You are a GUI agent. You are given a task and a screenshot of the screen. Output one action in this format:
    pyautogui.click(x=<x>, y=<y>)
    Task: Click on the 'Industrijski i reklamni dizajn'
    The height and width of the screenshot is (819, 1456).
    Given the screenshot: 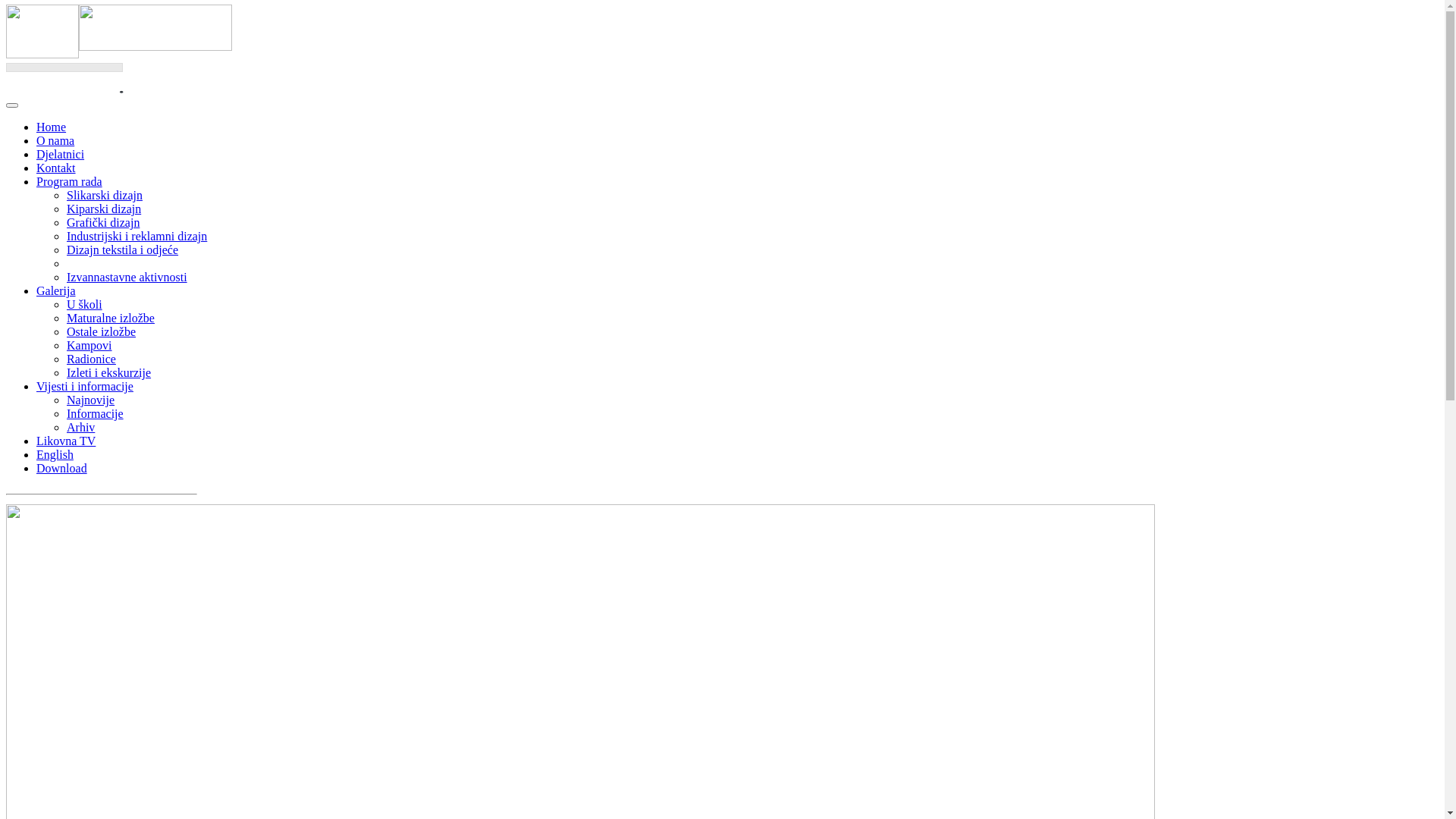 What is the action you would take?
    pyautogui.click(x=136, y=236)
    